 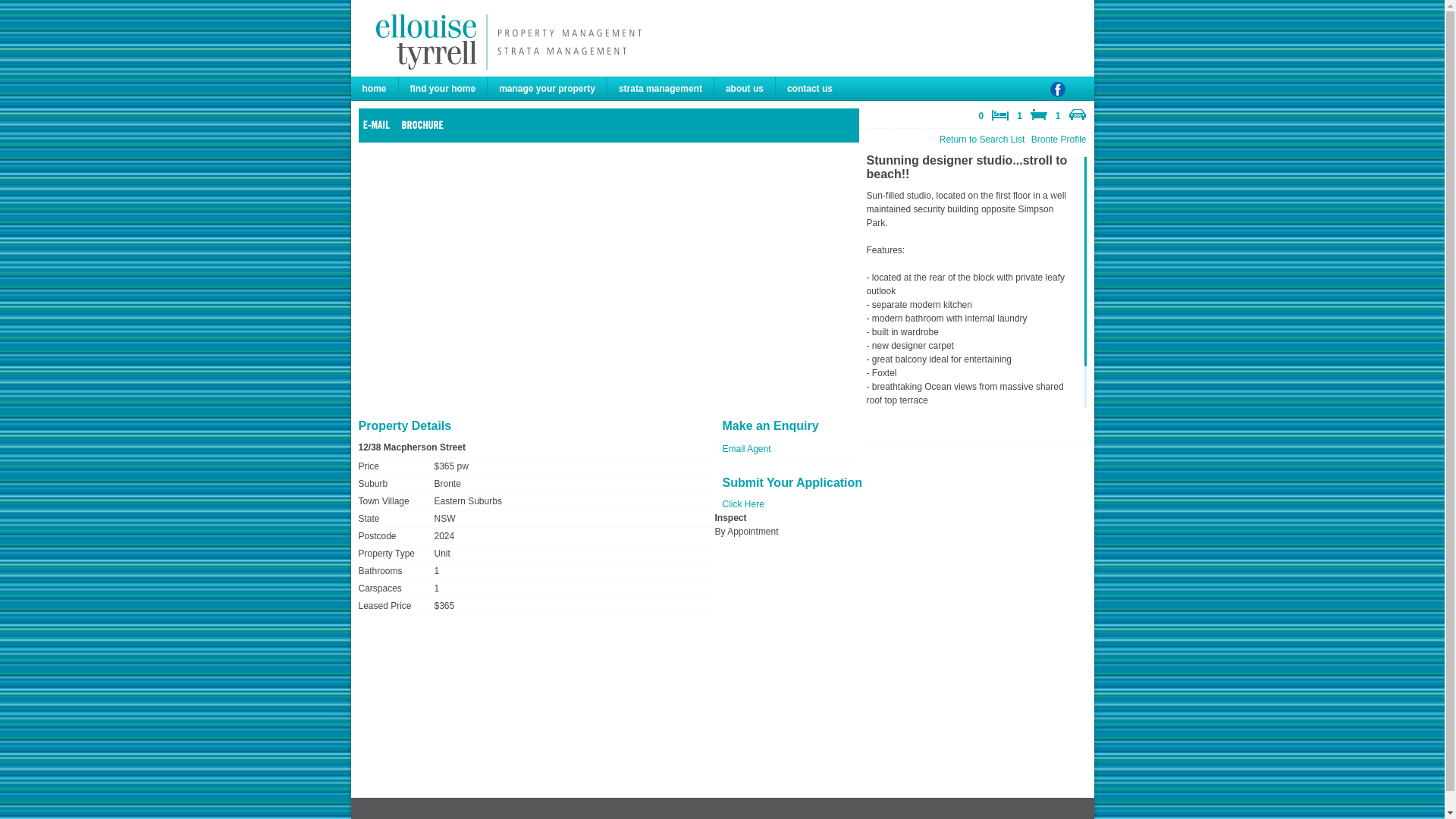 What do you see at coordinates (443, 88) in the screenshot?
I see `'find your home'` at bounding box center [443, 88].